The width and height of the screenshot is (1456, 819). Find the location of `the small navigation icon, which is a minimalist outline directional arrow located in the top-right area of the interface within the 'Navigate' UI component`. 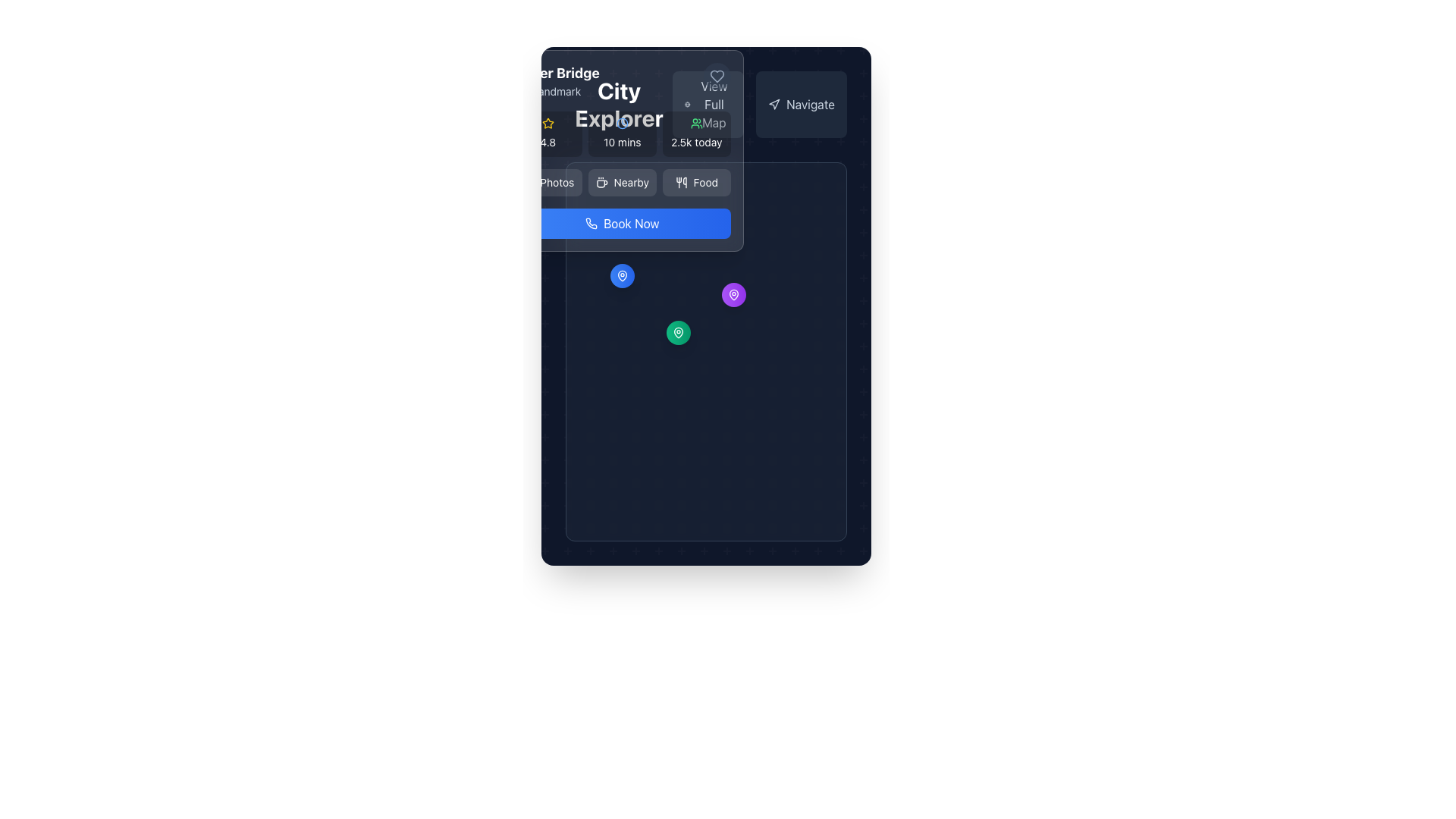

the small navigation icon, which is a minimalist outline directional arrow located in the top-right area of the interface within the 'Navigate' UI component is located at coordinates (774, 104).